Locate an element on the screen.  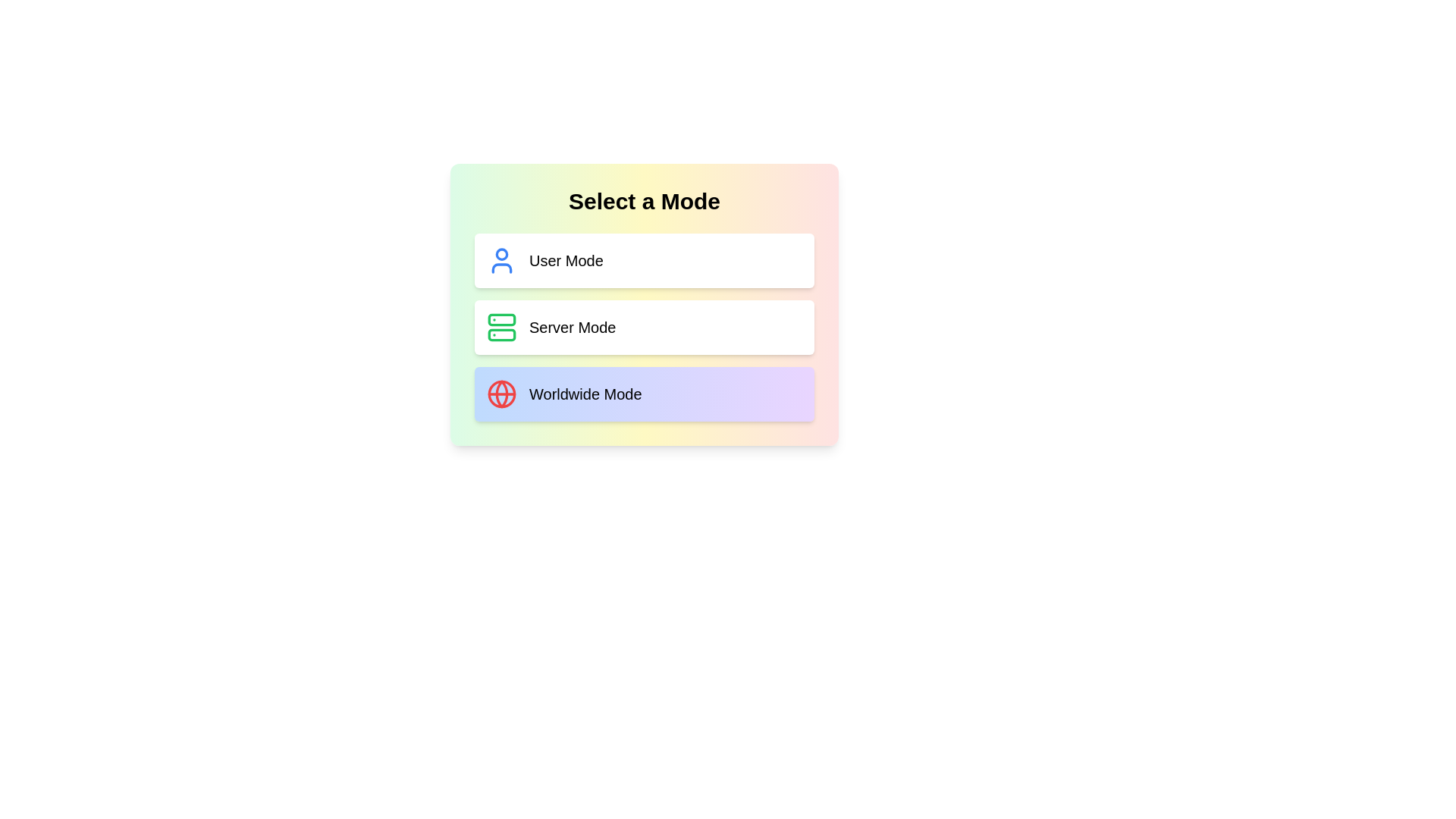
the second rectangular SVG graphical element in the server icon design, located in the vertical option menu under the 'User Mode' icon and above the 'Worldwide Mode' icon is located at coordinates (502, 334).